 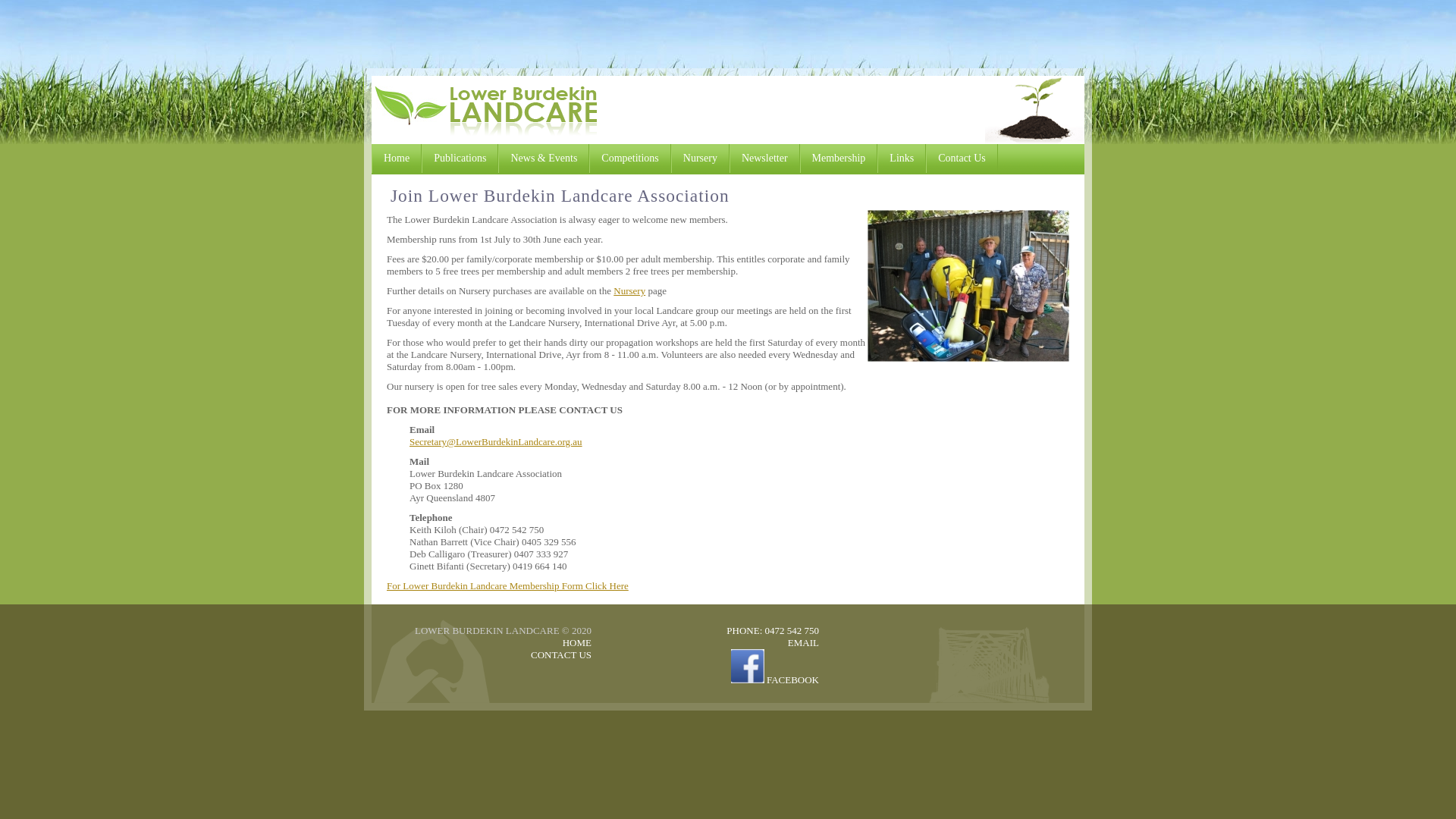 I want to click on 'PHONE: 0472 542 750', so click(x=772, y=630).